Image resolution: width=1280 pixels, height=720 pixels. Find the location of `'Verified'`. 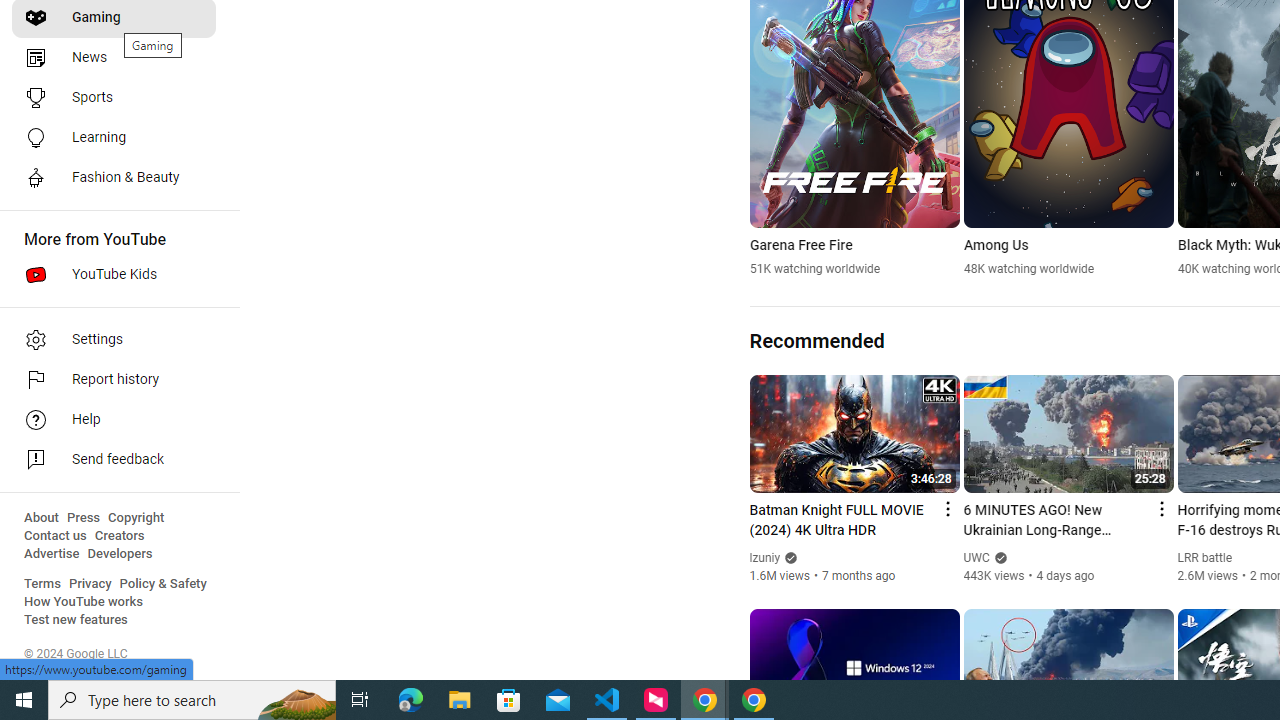

'Verified' is located at coordinates (999, 557).